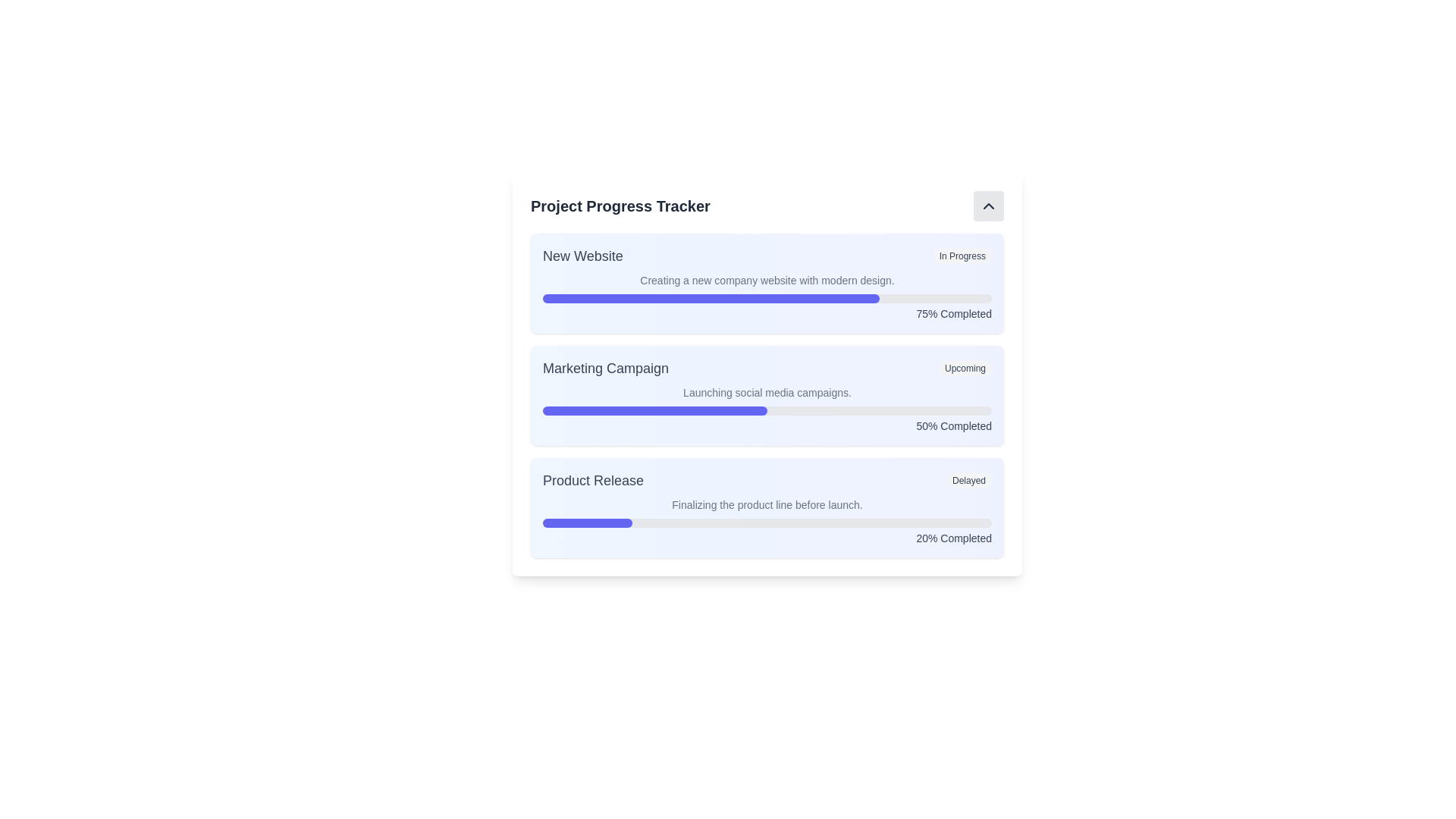  What do you see at coordinates (964, 369) in the screenshot?
I see `text of the 'Upcoming' status badge located in the upper-right section of the 'Marketing Campaign' header area in the 'Project Progress Tracker' interface` at bounding box center [964, 369].